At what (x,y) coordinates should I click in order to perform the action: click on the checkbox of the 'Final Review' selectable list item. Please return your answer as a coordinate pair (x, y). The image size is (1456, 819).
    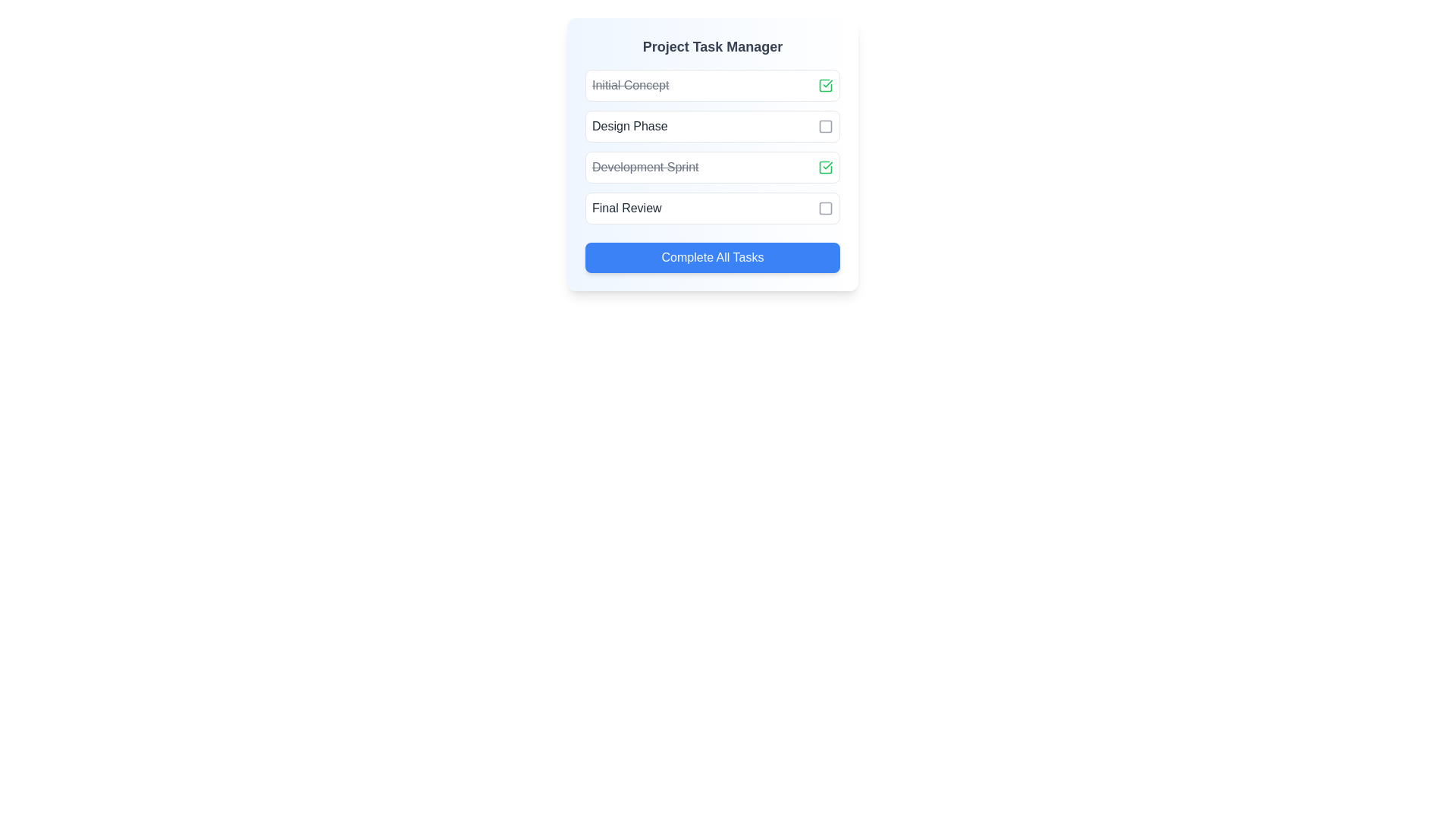
    Looking at the image, I should click on (712, 208).